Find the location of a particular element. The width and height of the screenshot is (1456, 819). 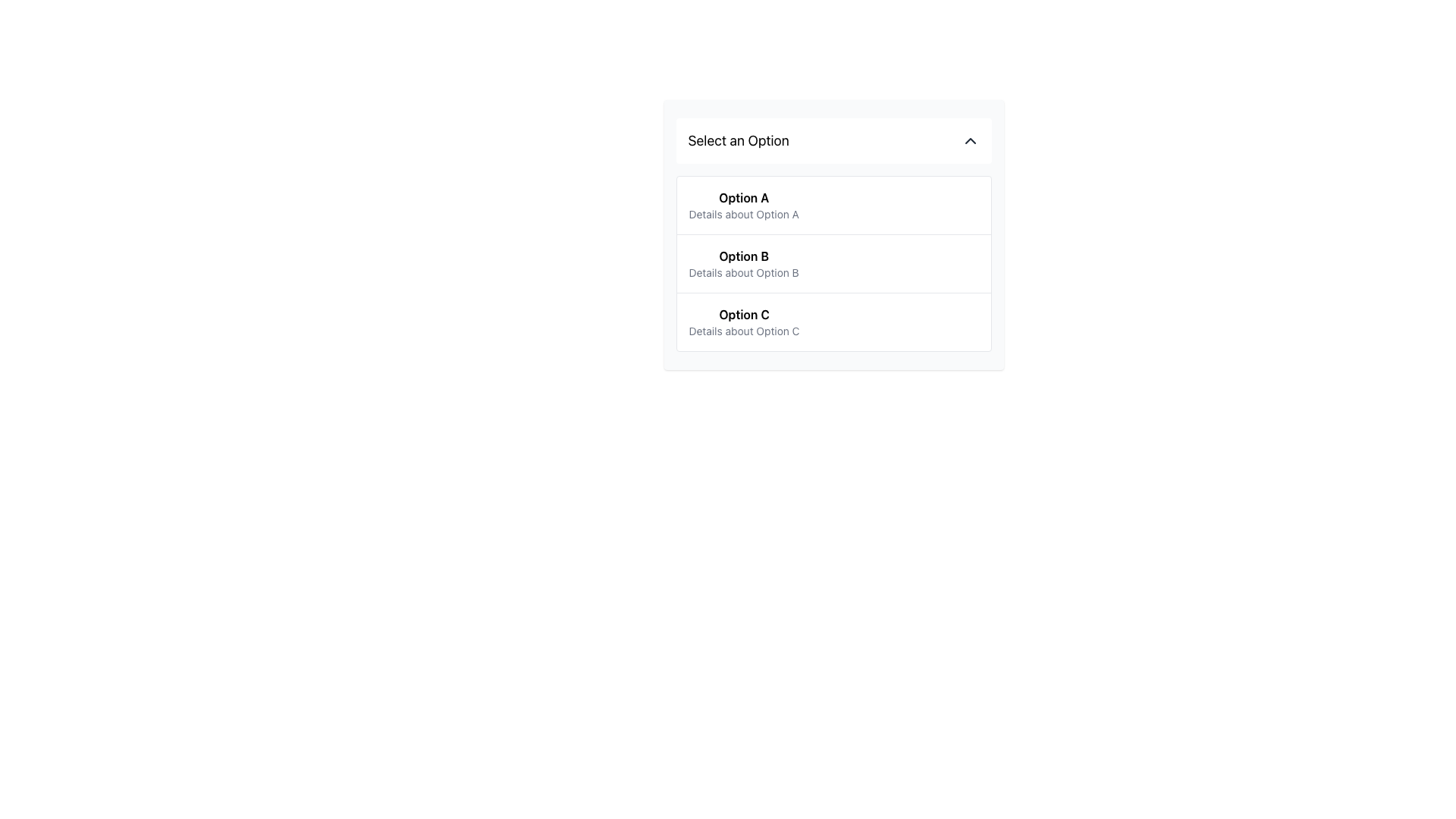

the 'Option C' text label is located at coordinates (744, 314).